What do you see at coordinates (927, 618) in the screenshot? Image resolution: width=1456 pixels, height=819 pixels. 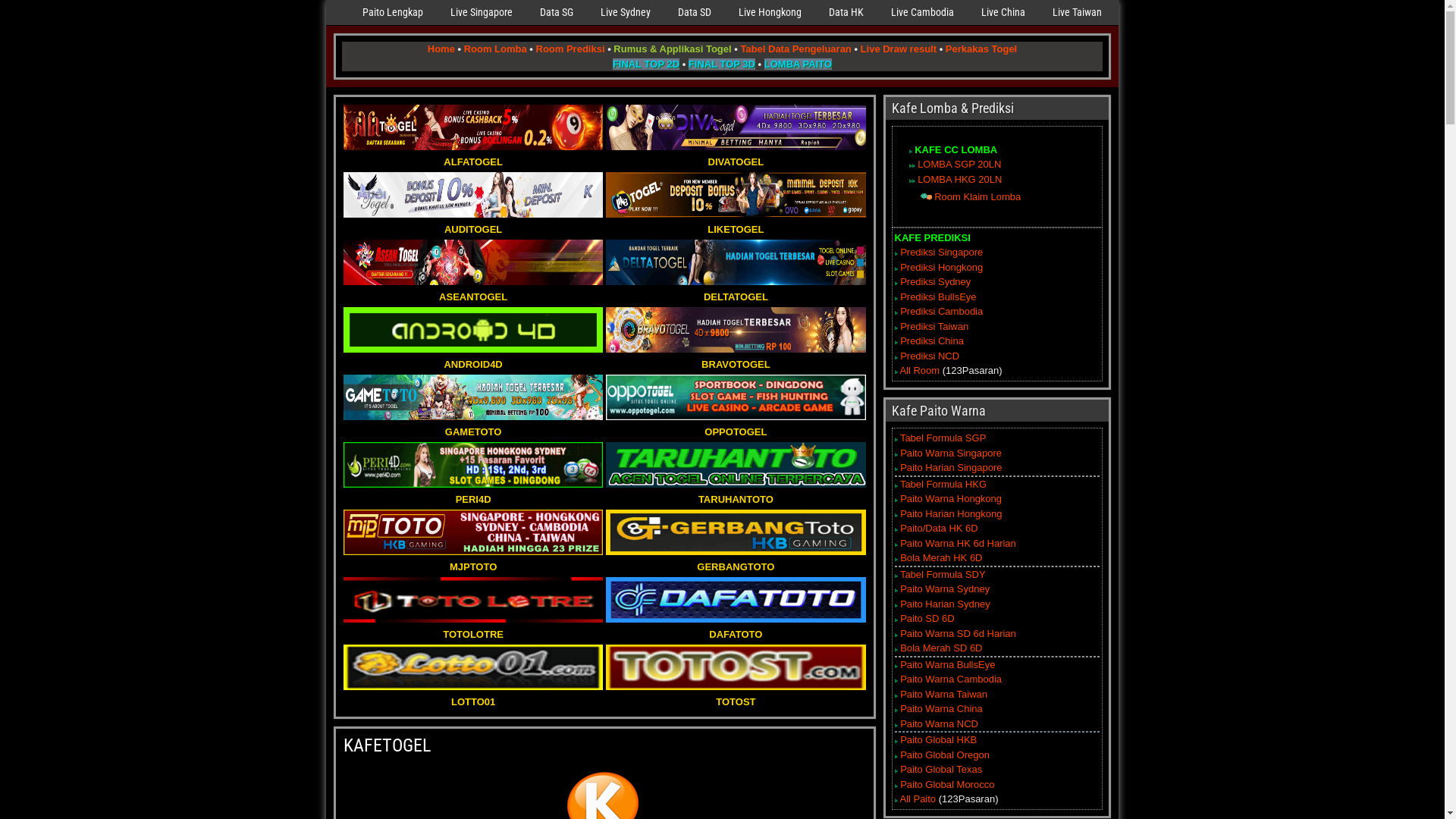 I see `'Paito SD 6D'` at bounding box center [927, 618].